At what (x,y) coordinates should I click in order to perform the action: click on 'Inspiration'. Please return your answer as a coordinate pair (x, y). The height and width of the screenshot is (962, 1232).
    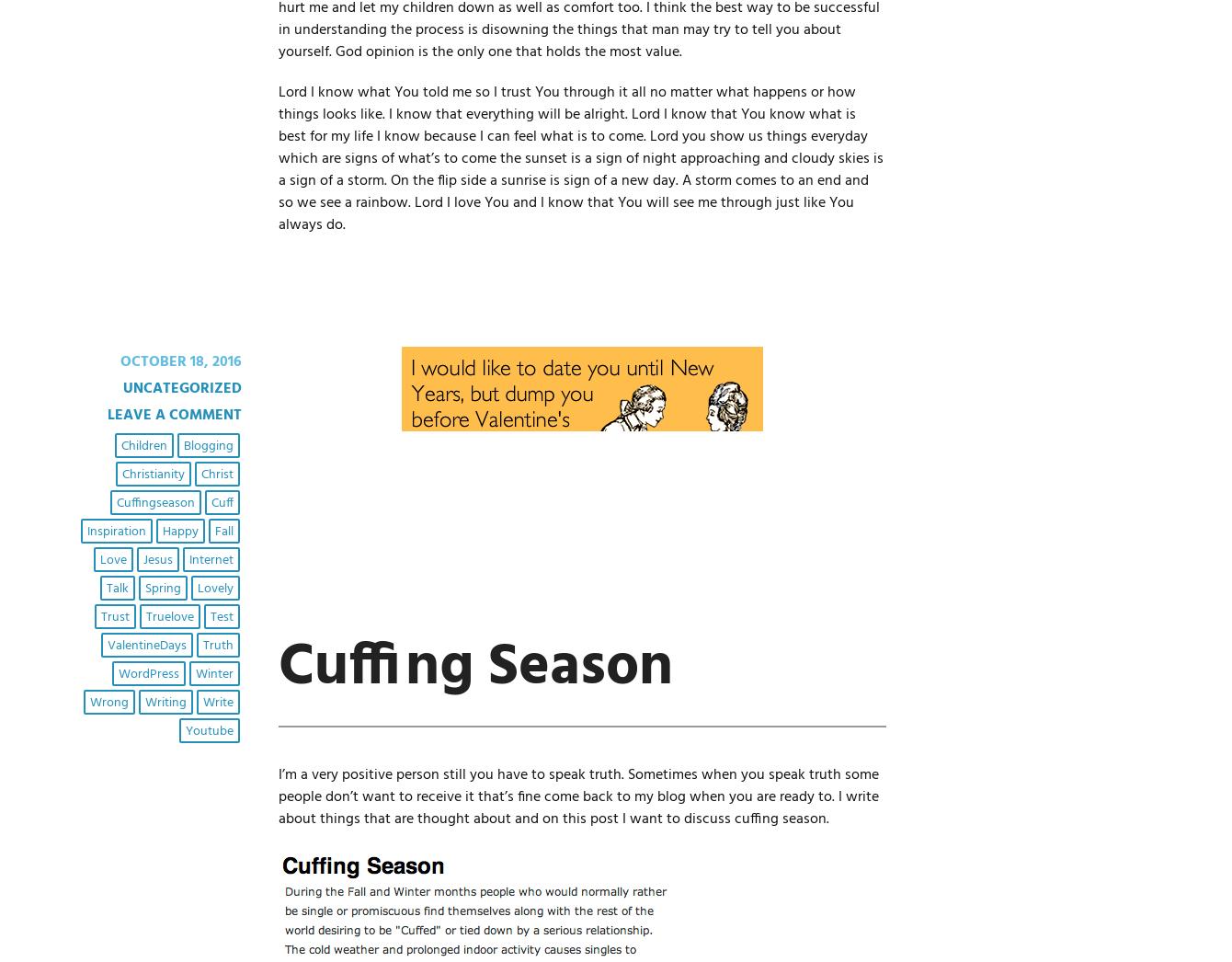
    Looking at the image, I should click on (115, 532).